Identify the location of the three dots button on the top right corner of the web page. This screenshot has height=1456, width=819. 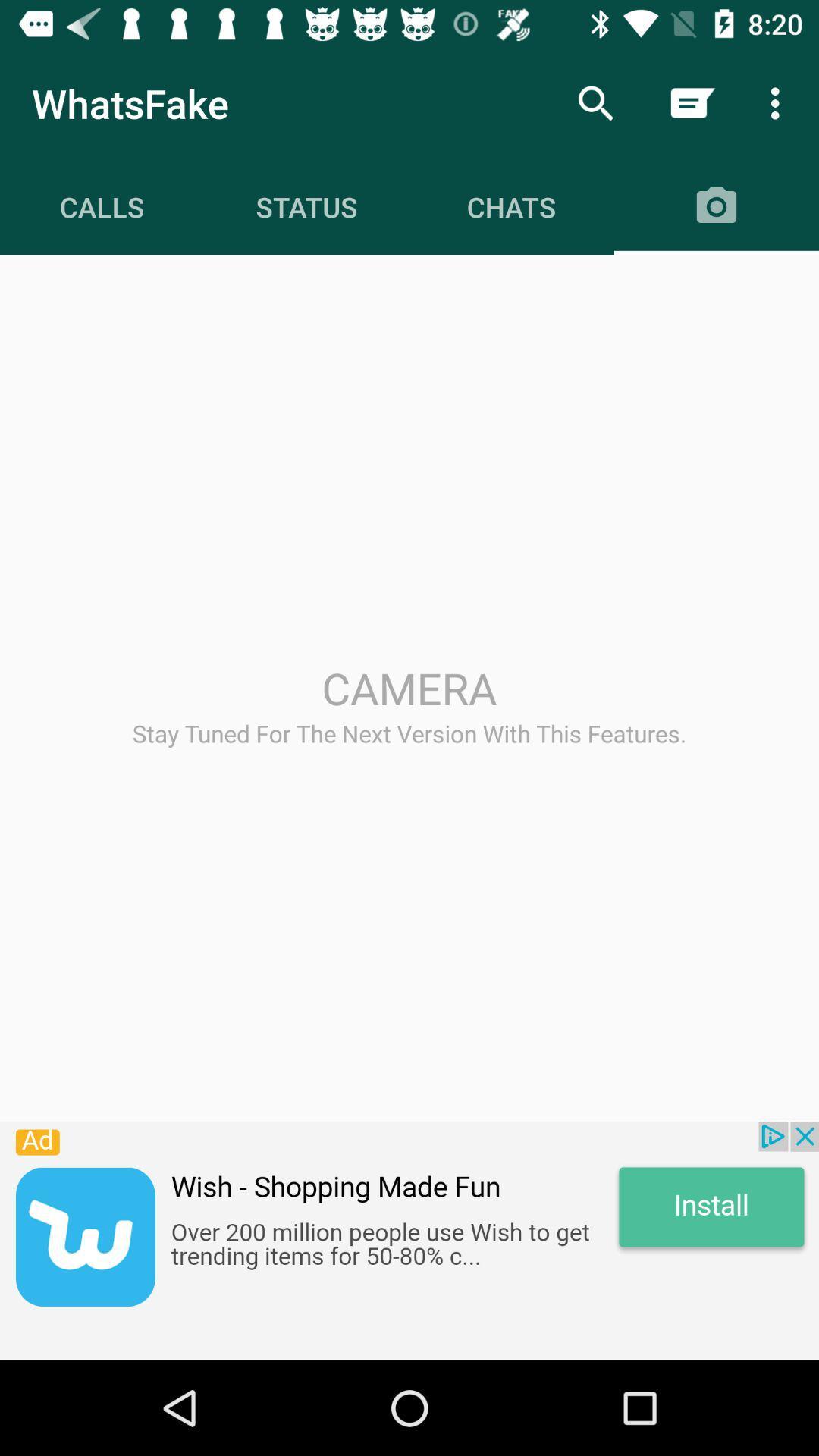
(779, 103).